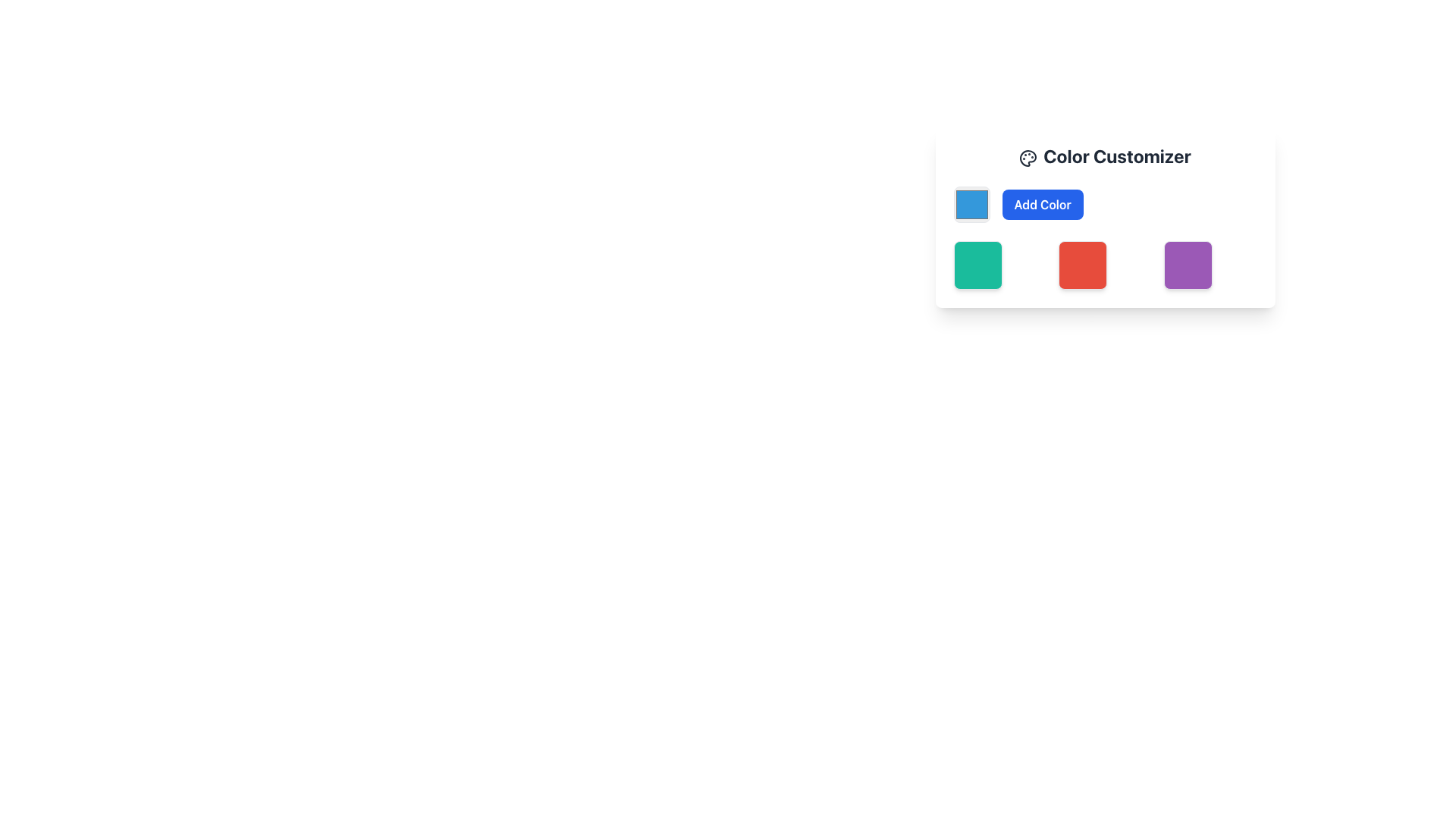  I want to click on the selectable color box located in the second row and second column of the grid, so click(977, 265).